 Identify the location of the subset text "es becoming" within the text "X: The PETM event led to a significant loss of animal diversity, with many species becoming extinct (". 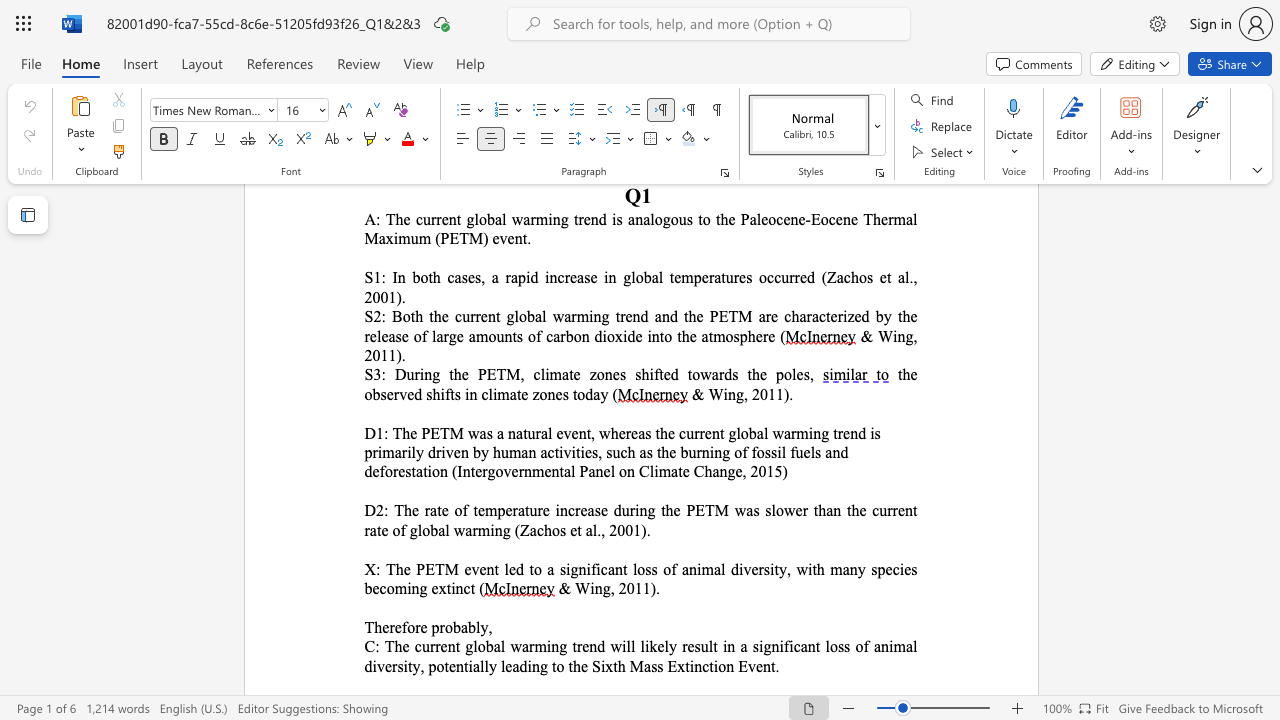
(903, 569).